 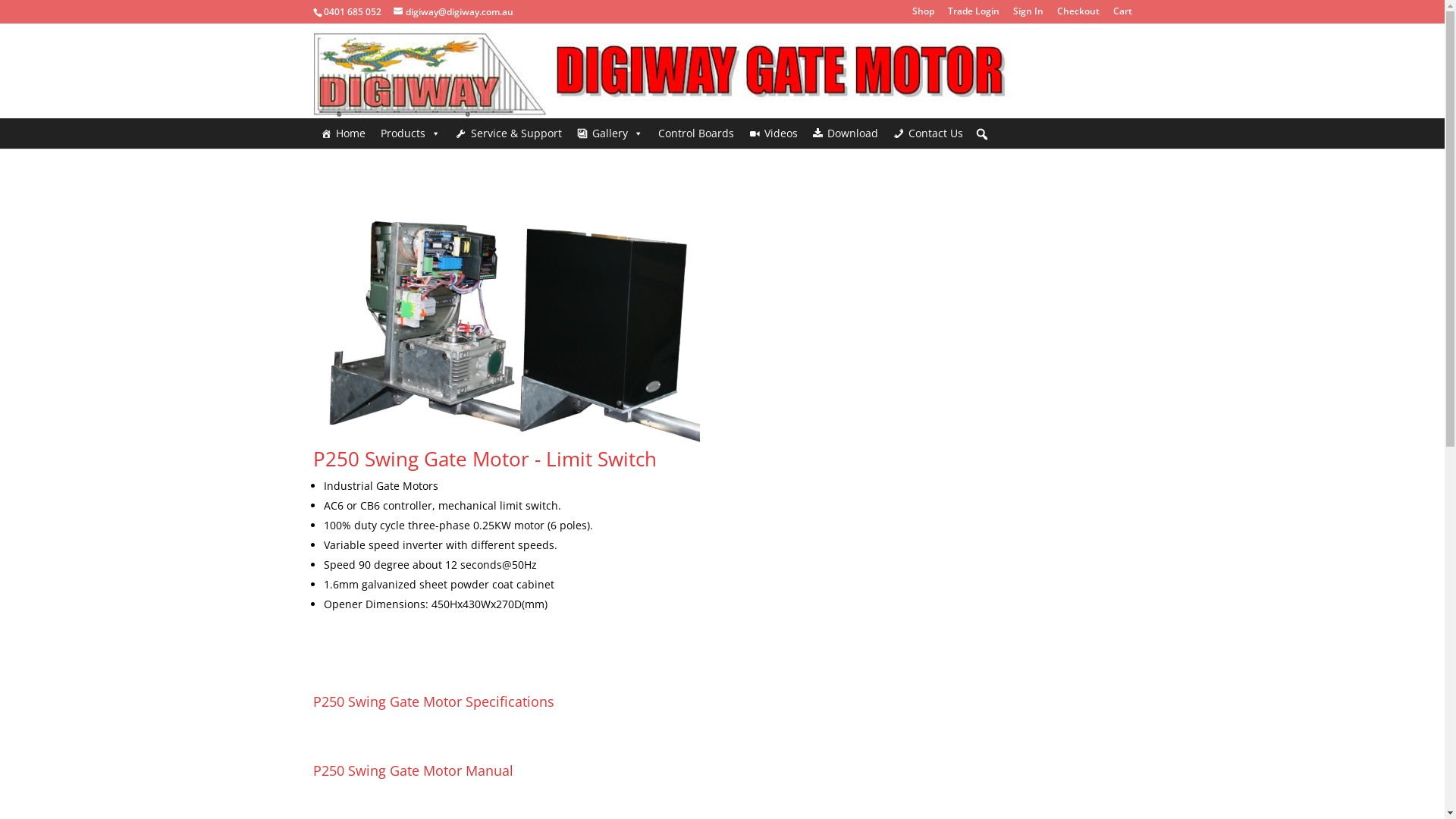 What do you see at coordinates (432, 701) in the screenshot?
I see `'P250 Swing Gate Motor Specifications'` at bounding box center [432, 701].